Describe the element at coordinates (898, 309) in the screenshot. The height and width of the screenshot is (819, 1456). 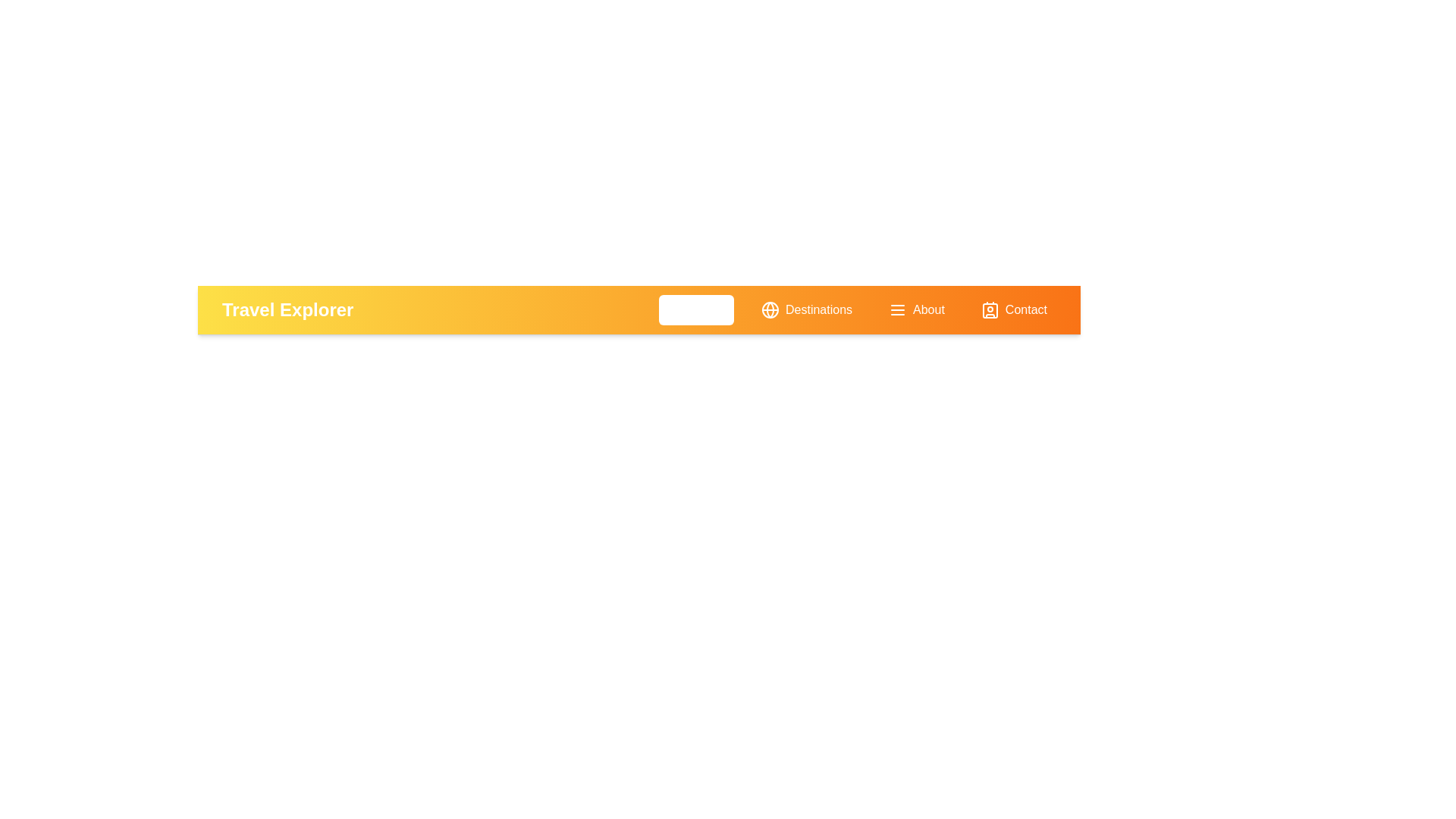
I see `the three-line 'menu' icon in the 'About' section of the navigation bar` at that location.